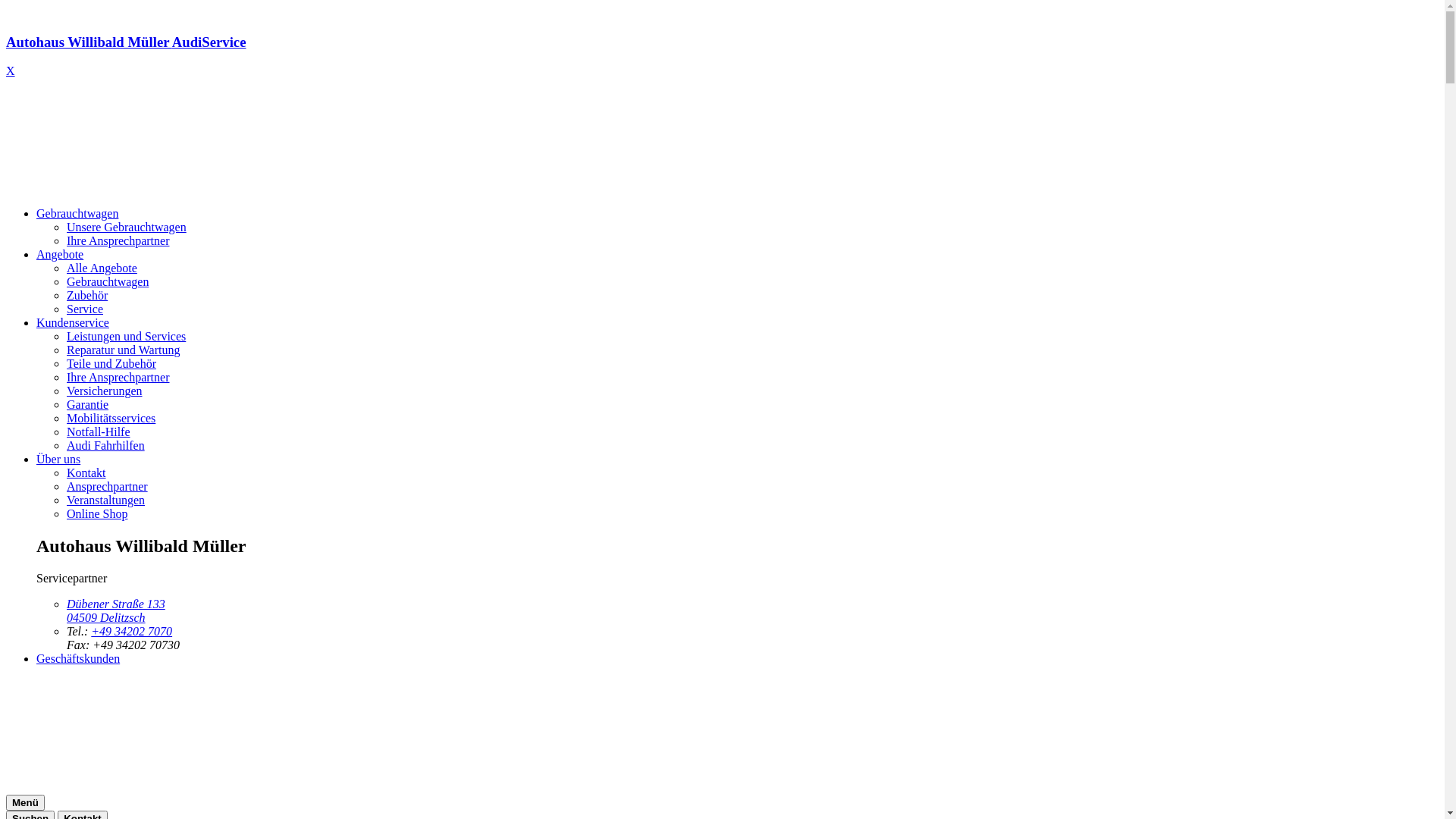  I want to click on 'Garantie', so click(86, 403).